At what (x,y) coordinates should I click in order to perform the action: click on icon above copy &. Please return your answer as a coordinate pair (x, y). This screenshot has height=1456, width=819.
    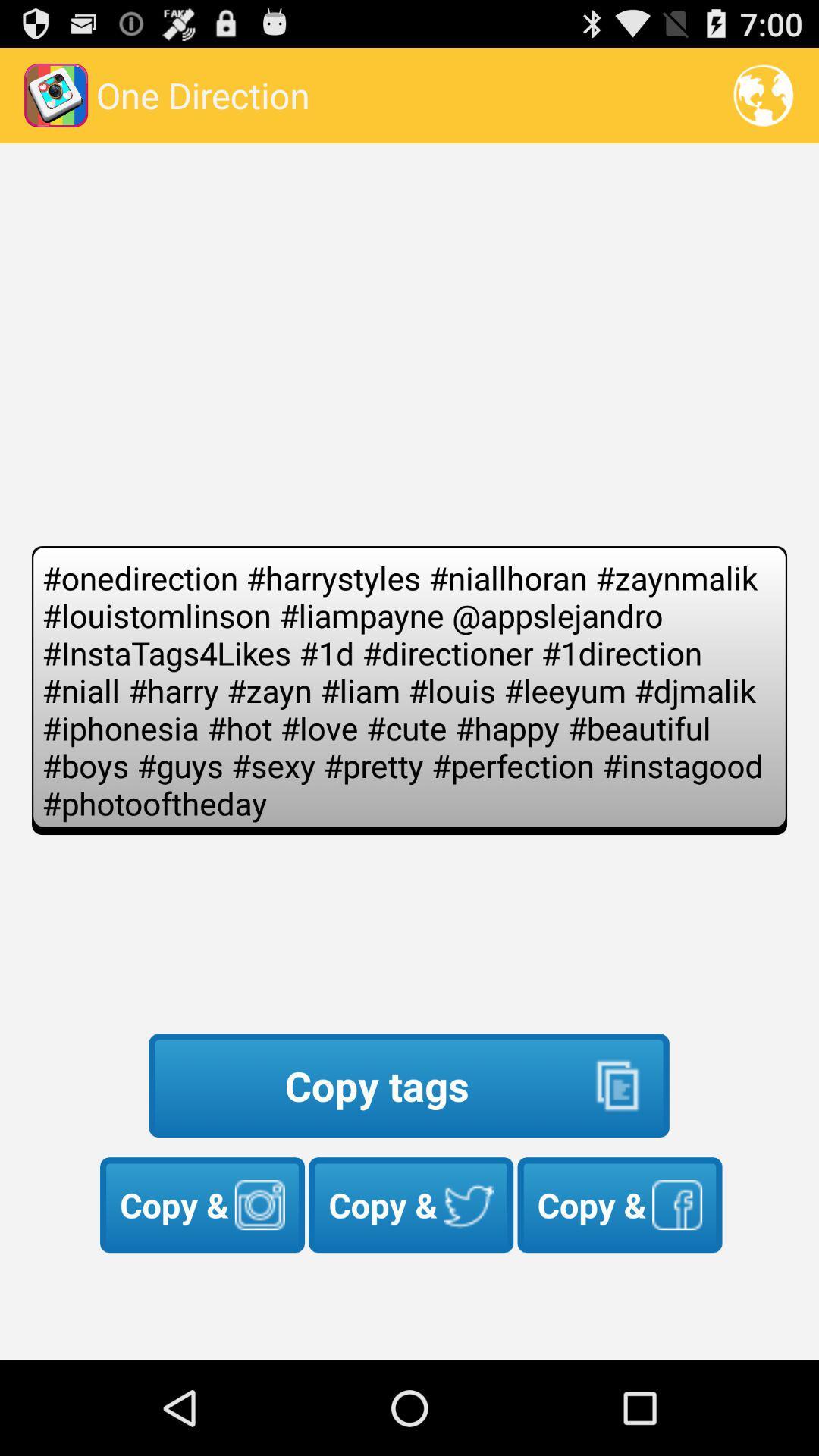
    Looking at the image, I should click on (408, 1084).